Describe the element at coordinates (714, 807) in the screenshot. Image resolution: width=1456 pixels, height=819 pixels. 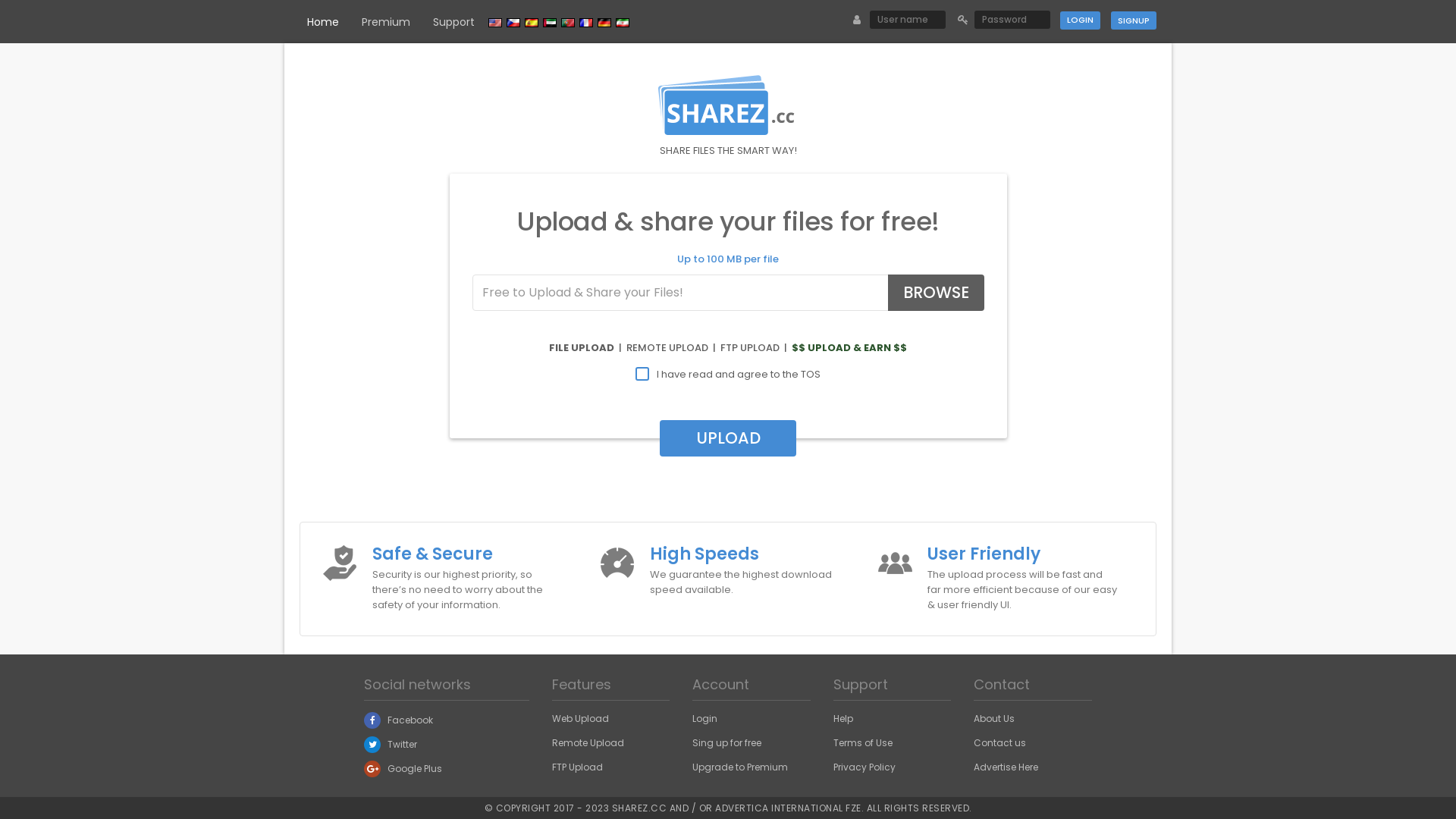
I see `'ADVERTICA INTERNATIONAL FZE.'` at that location.